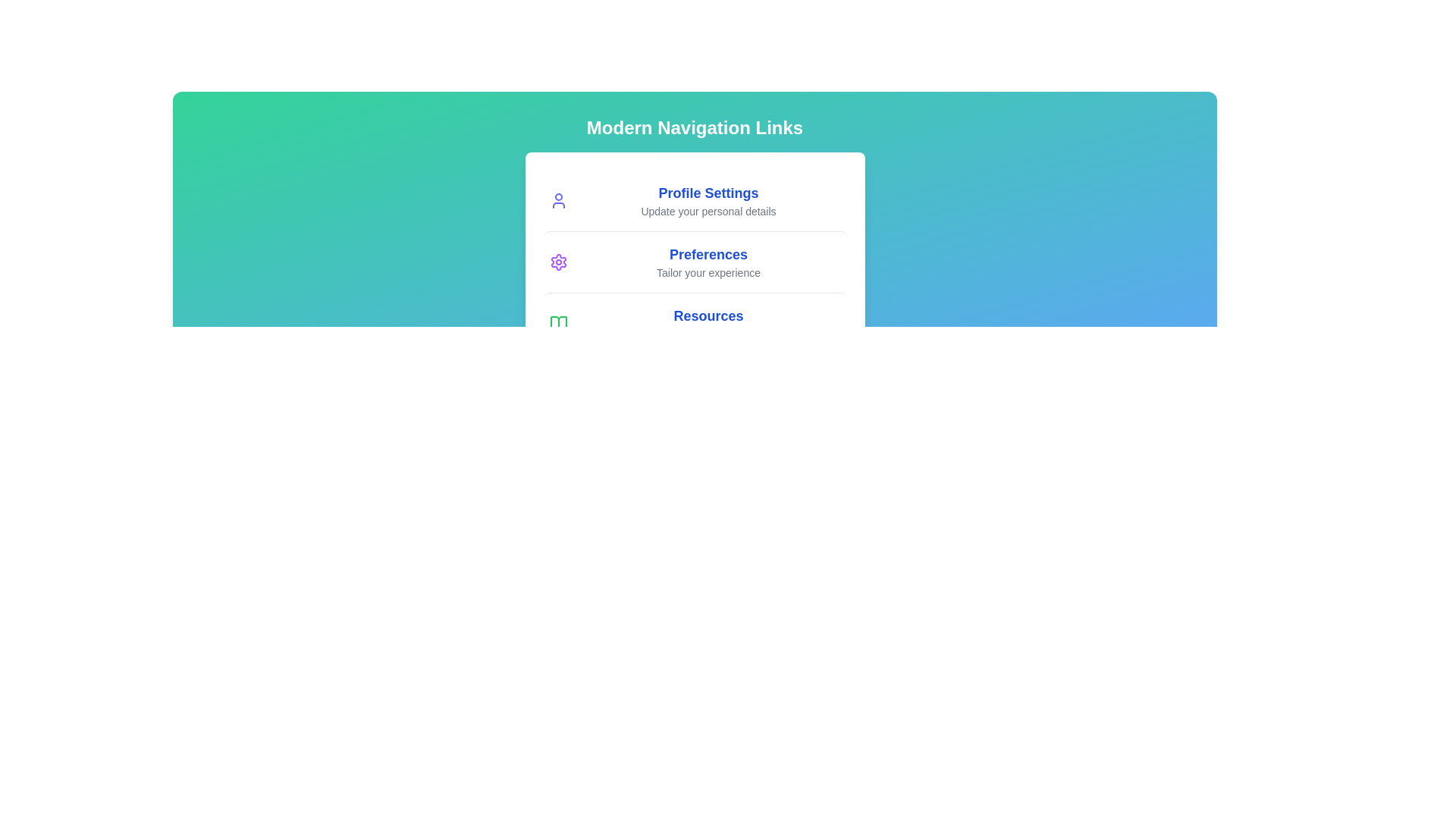 This screenshot has height=819, width=1456. What do you see at coordinates (694, 261) in the screenshot?
I see `the 'Preferences' navigation link, which is the second option in the vertical list of navigation links, featuring a purple settings icon and a bold blue heading` at bounding box center [694, 261].